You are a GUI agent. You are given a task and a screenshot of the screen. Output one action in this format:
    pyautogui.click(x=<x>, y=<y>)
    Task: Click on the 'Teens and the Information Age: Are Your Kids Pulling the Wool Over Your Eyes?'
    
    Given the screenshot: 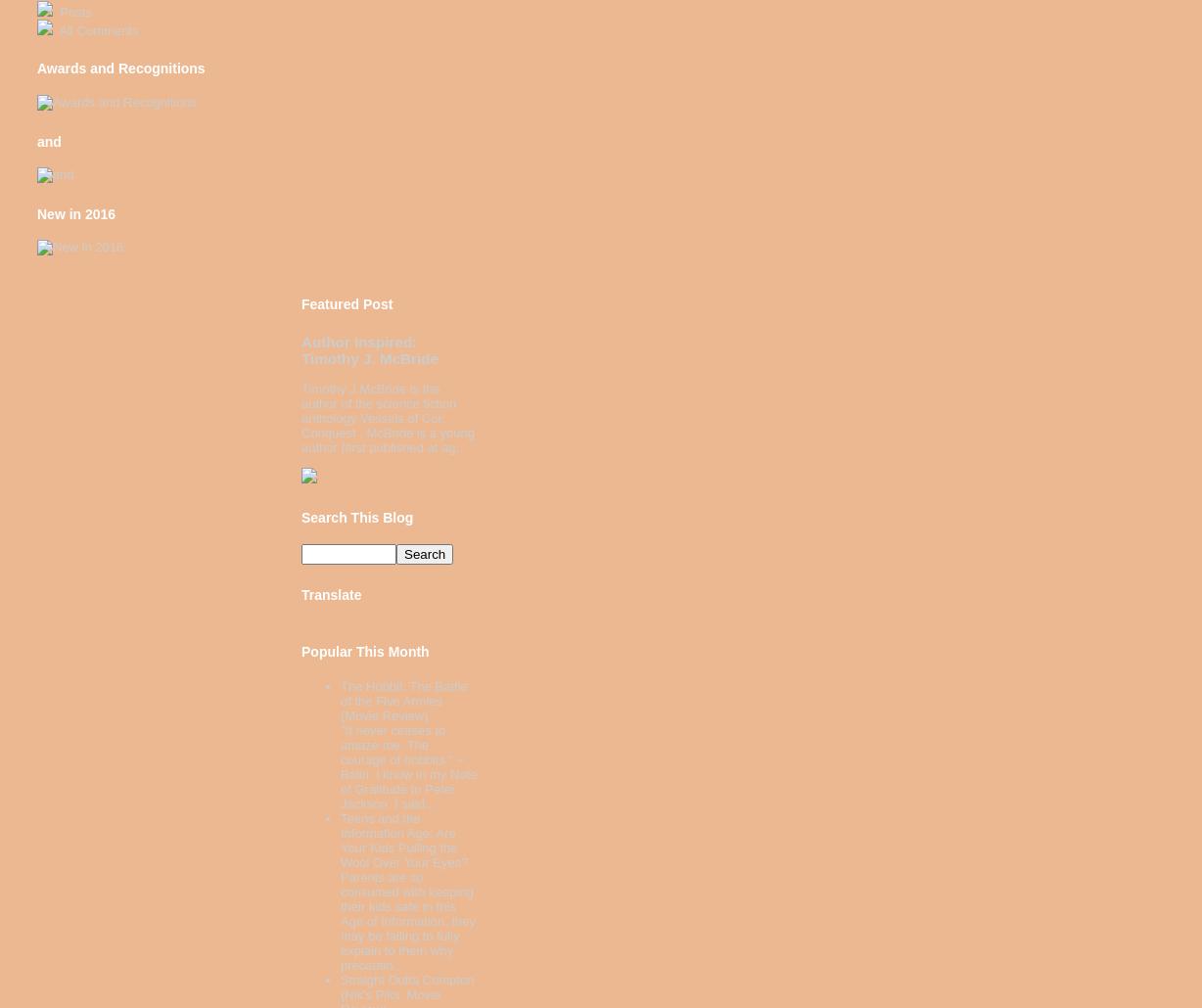 What is the action you would take?
    pyautogui.click(x=403, y=841)
    